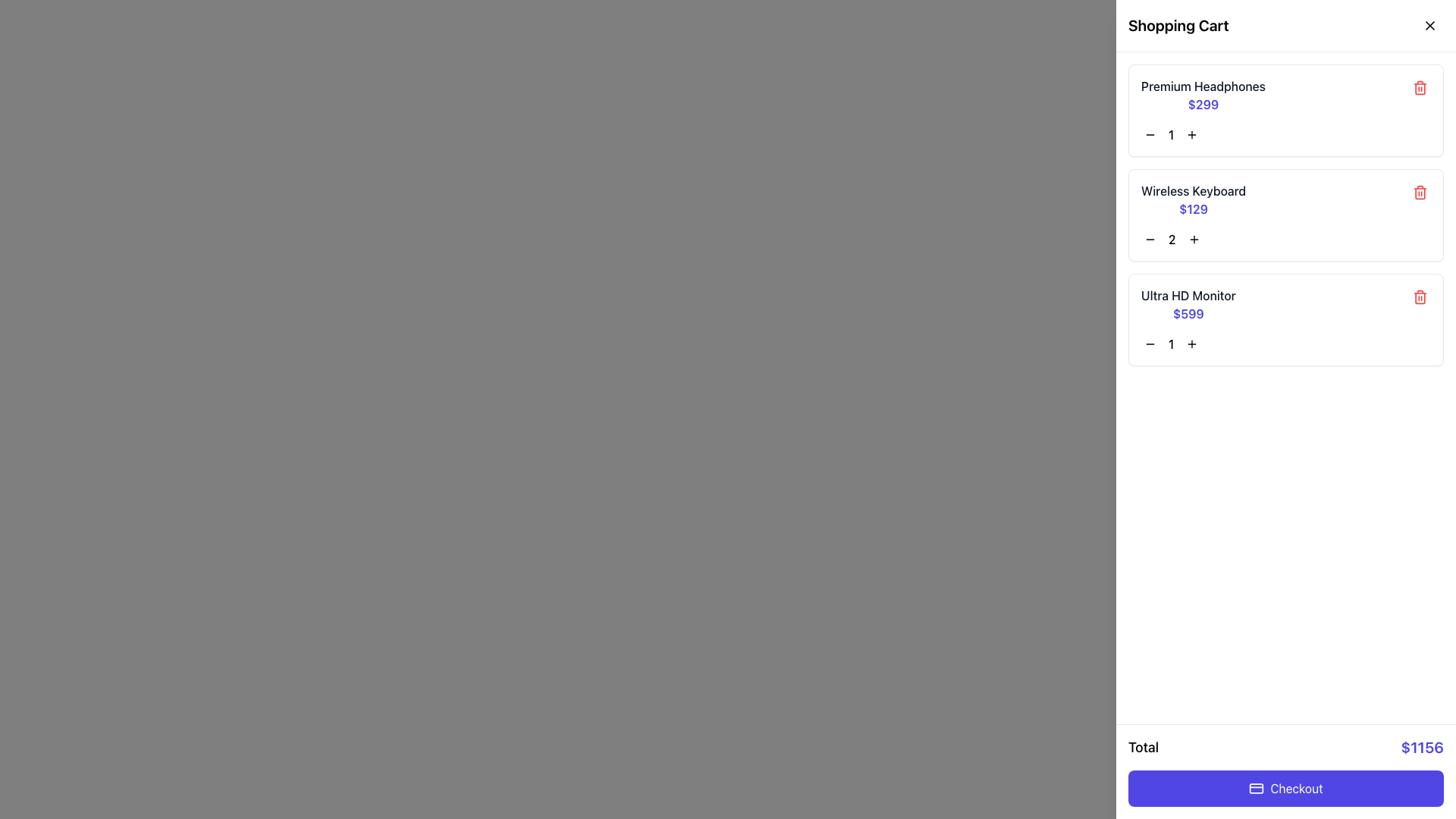 This screenshot has width=1456, height=819. I want to click on the outlined plus icon located at the far right side of the shopping cart panel to increment the value, so click(1191, 344).